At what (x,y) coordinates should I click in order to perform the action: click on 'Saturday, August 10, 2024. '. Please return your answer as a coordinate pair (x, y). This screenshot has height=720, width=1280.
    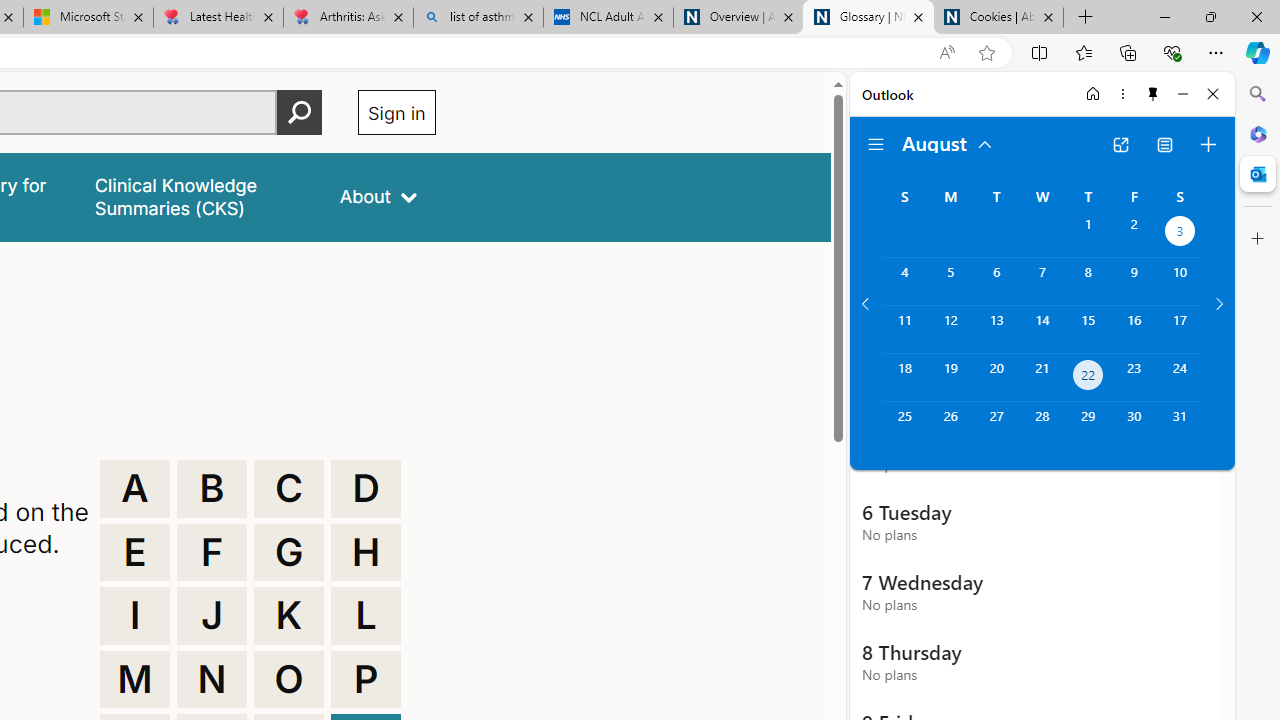
    Looking at the image, I should click on (1180, 281).